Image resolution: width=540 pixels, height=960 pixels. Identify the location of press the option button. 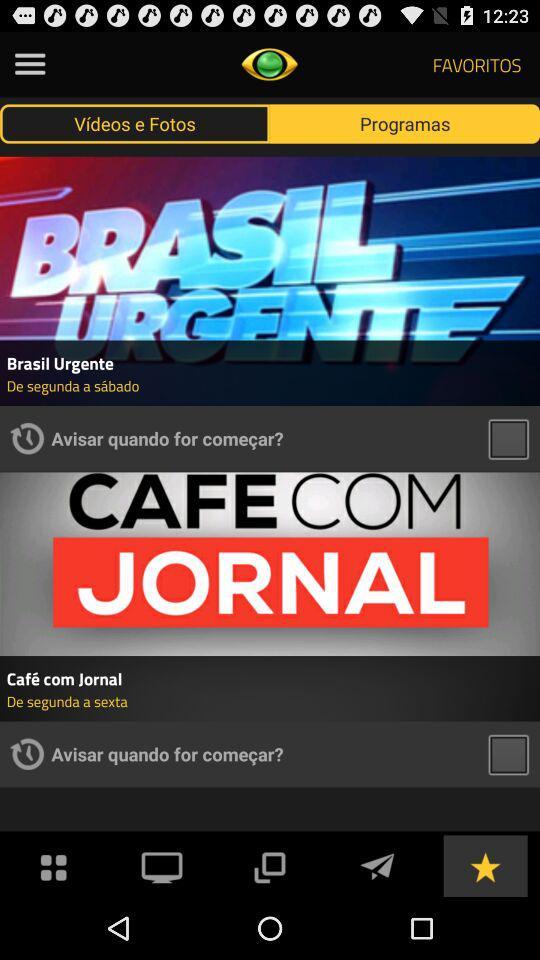
(29, 64).